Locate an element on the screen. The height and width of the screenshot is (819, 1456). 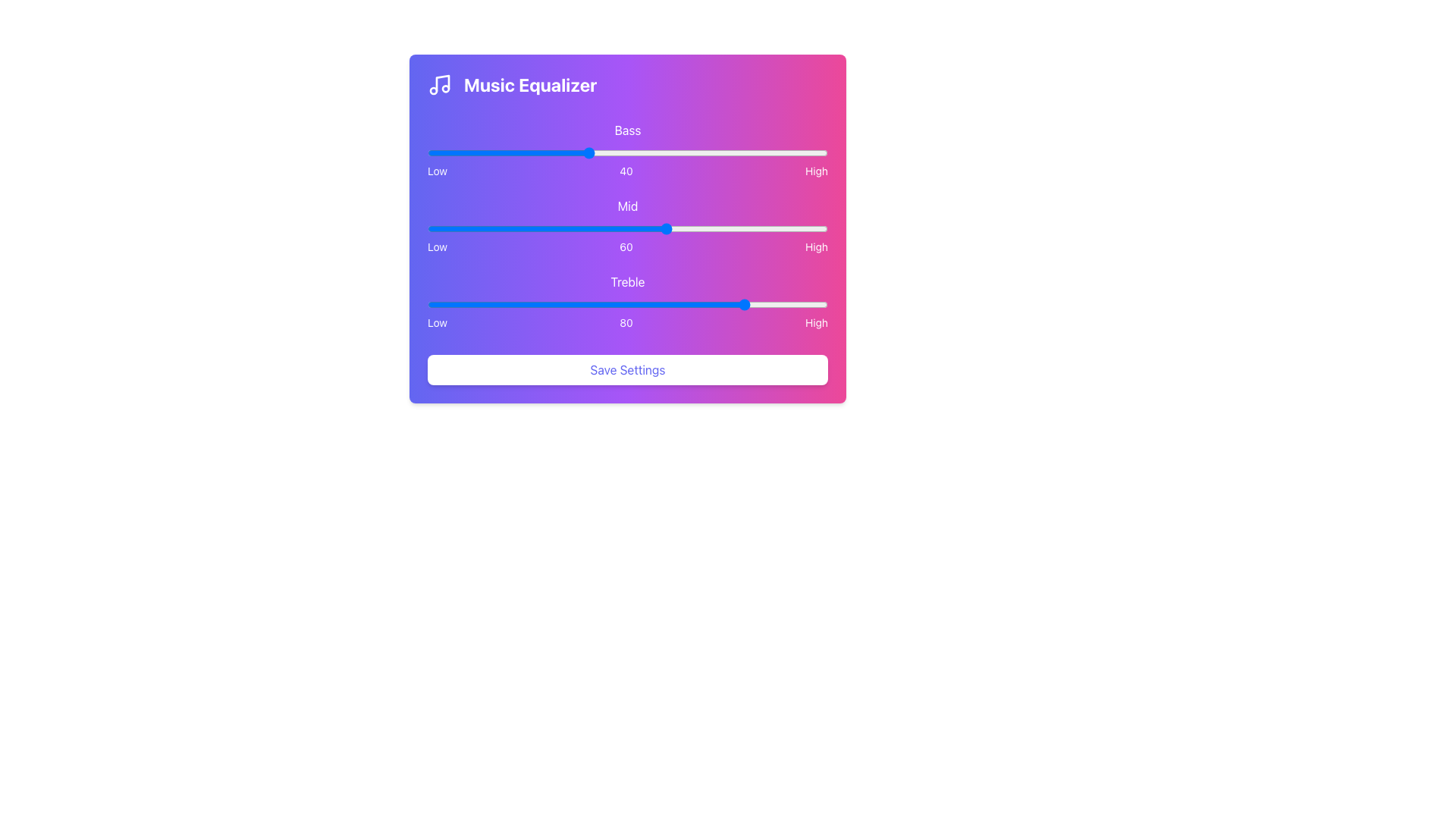
keyboard navigation is located at coordinates (628, 225).